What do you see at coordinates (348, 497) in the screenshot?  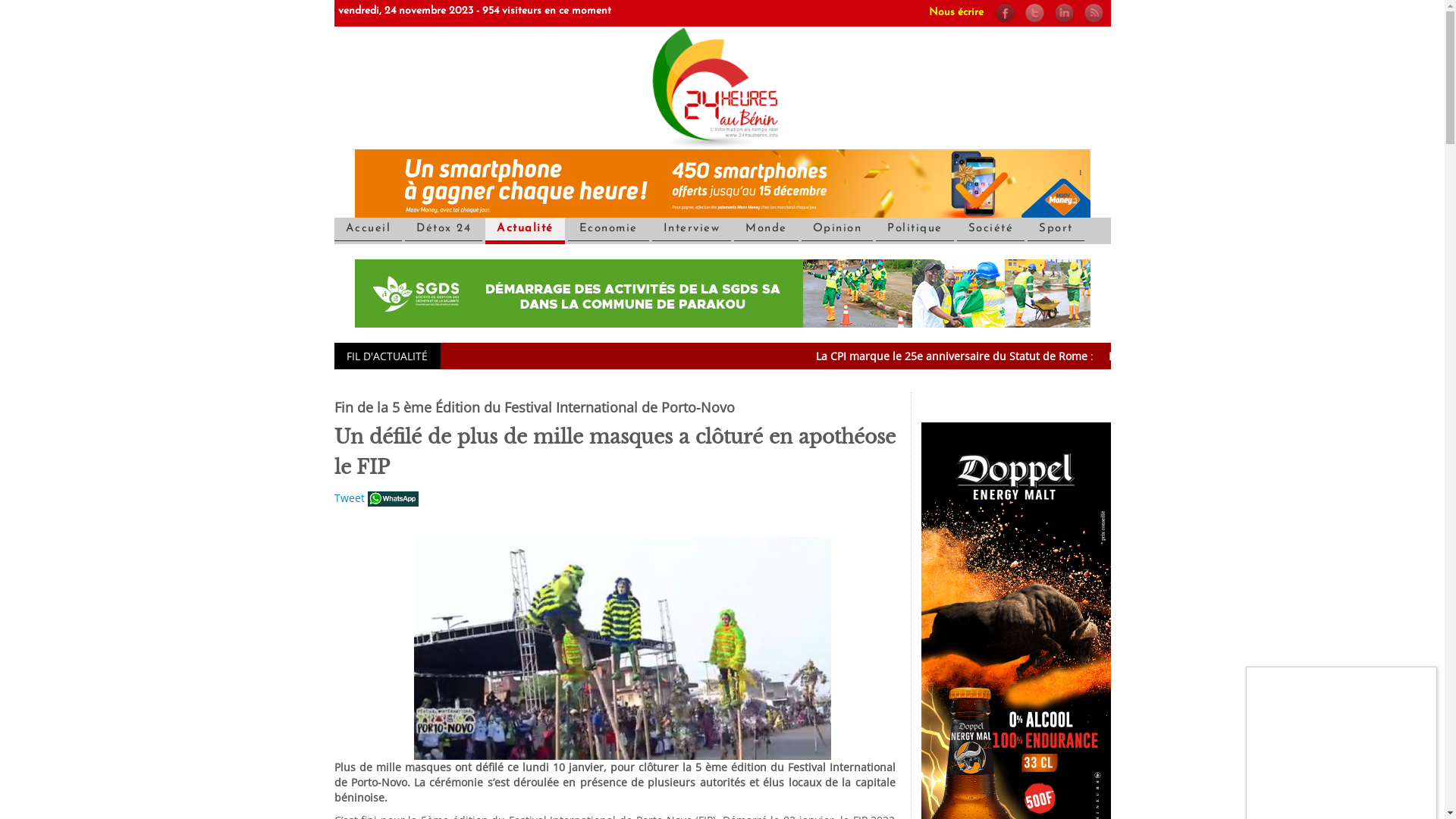 I see `'Tweet'` at bounding box center [348, 497].